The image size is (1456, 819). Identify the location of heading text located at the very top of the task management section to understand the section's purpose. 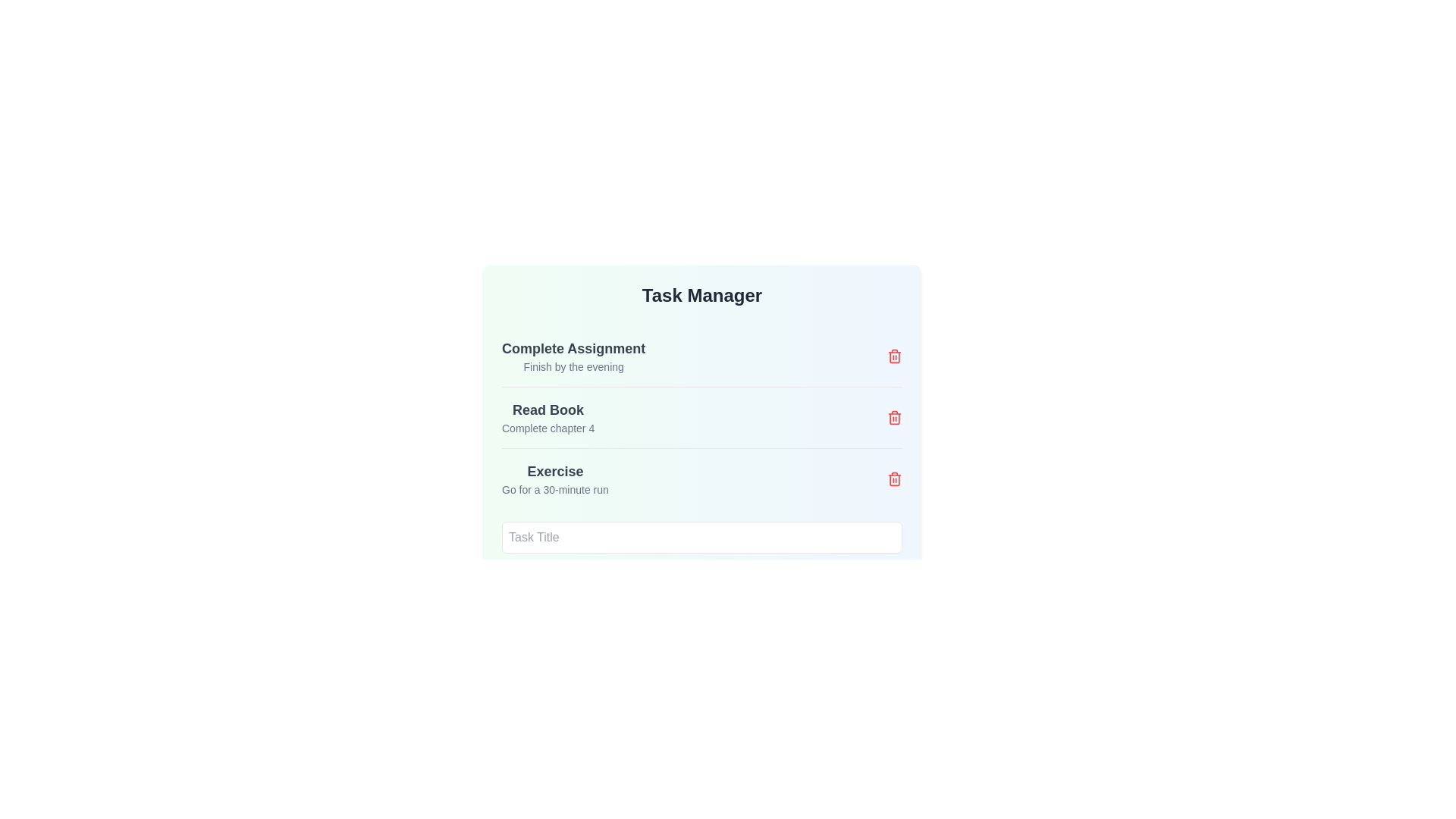
(701, 295).